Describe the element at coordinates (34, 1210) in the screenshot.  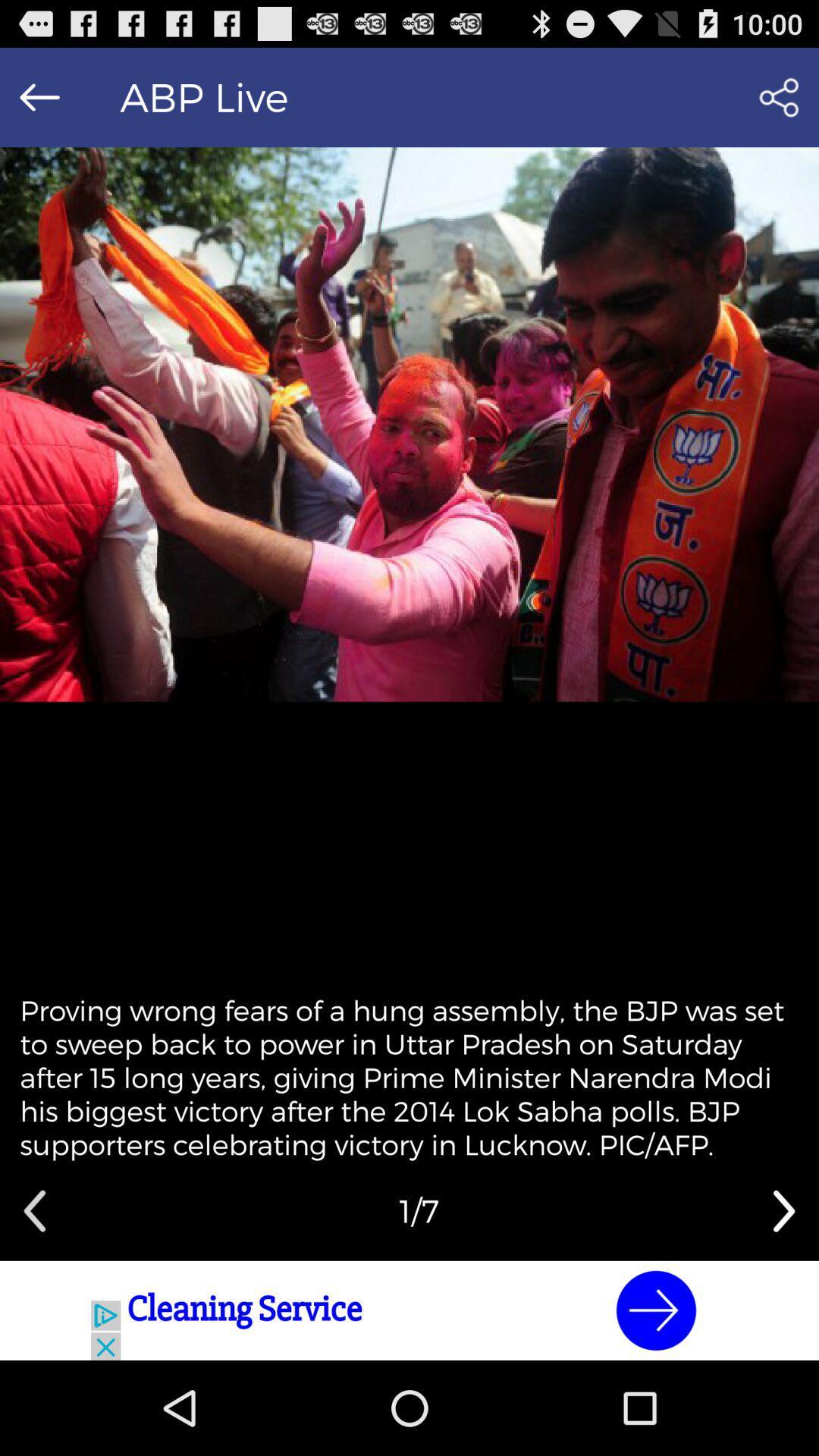
I see `go back` at that location.